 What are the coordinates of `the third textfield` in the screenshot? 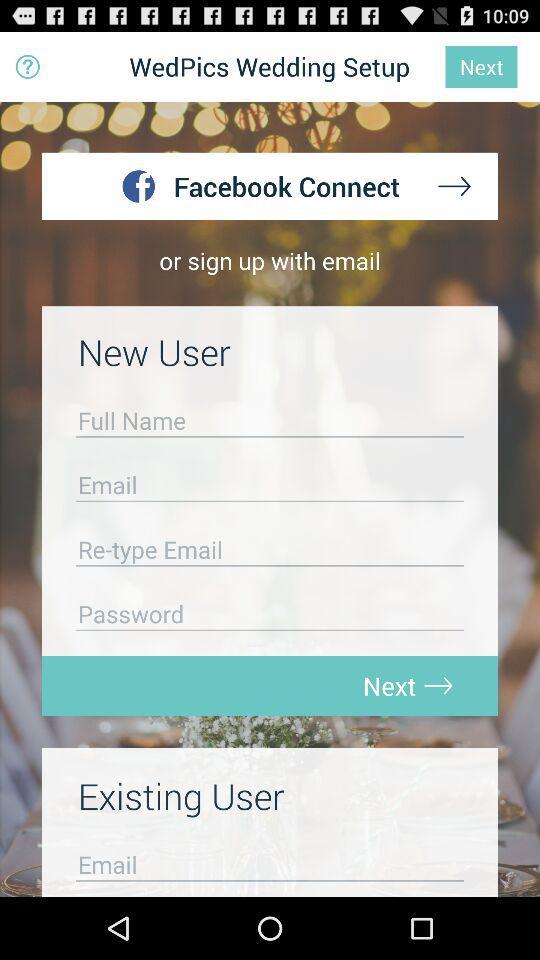 It's located at (270, 554).